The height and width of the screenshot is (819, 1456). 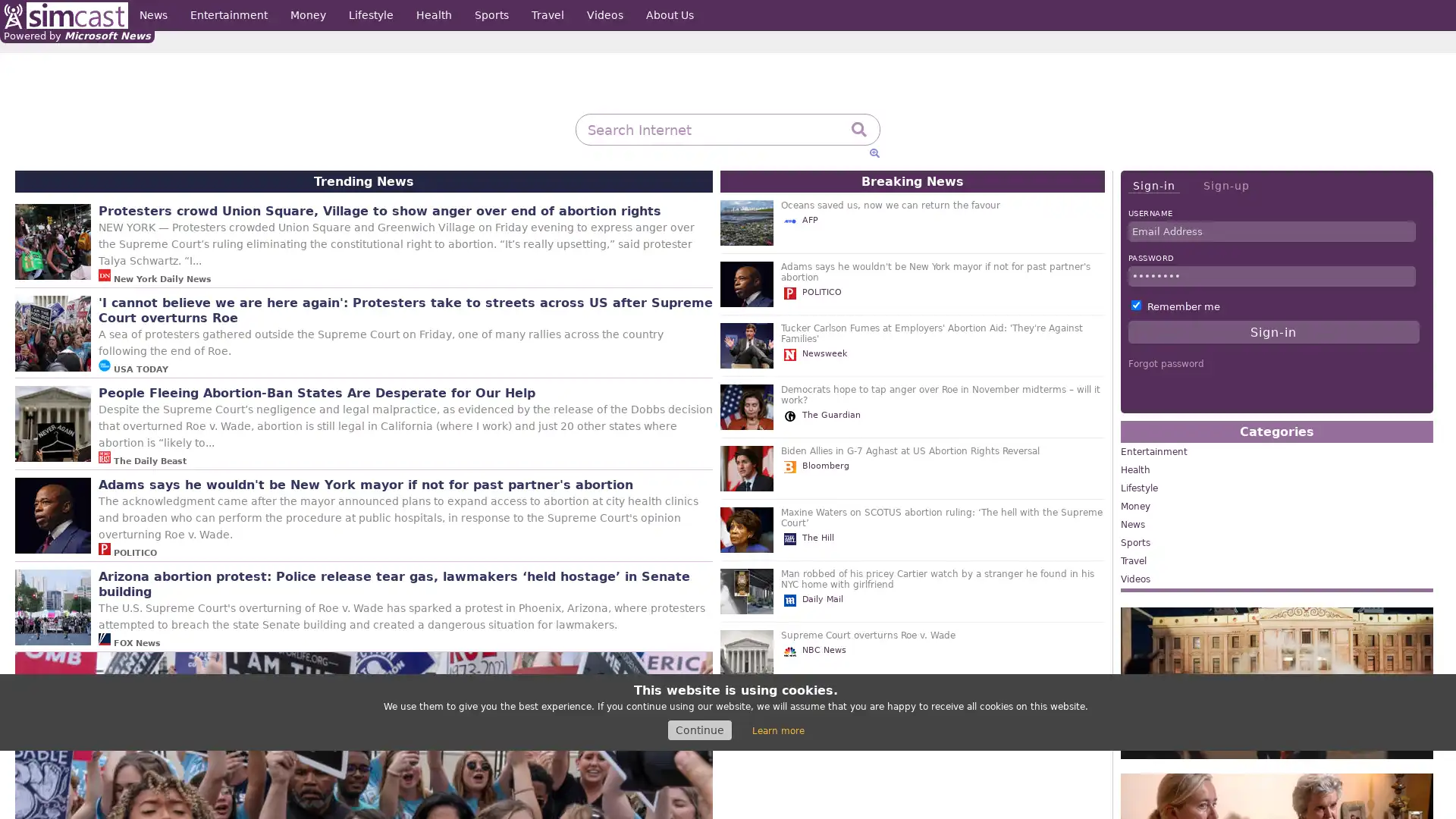 I want to click on Sign-in, so click(x=1273, y=331).